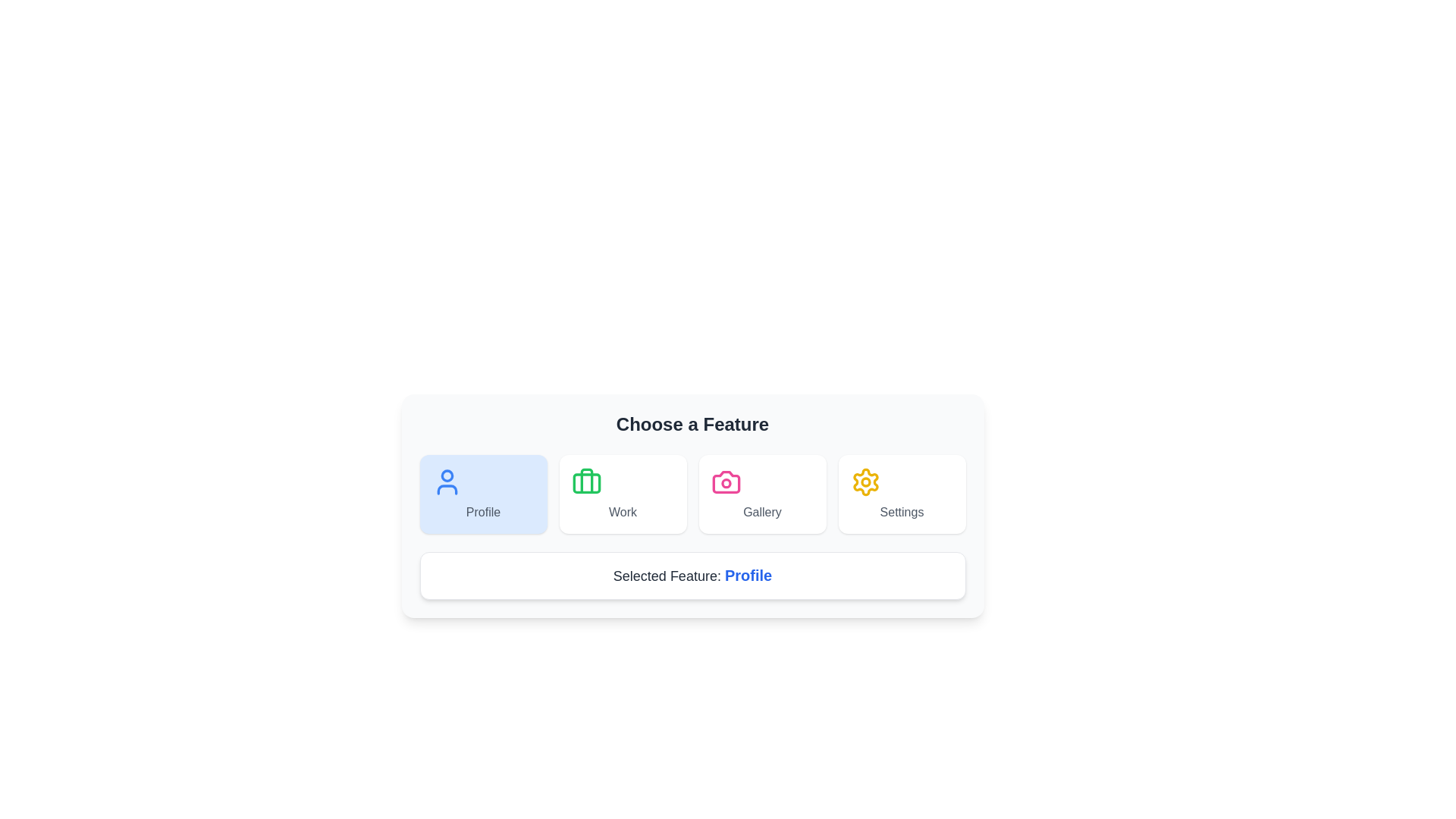 This screenshot has height=819, width=1456. What do you see at coordinates (692, 506) in the screenshot?
I see `selected feature information displayed at the bottom of the Interactive feature card that allows users to select between 'Profile', 'Work', 'Gallery', or 'Settings'` at bounding box center [692, 506].